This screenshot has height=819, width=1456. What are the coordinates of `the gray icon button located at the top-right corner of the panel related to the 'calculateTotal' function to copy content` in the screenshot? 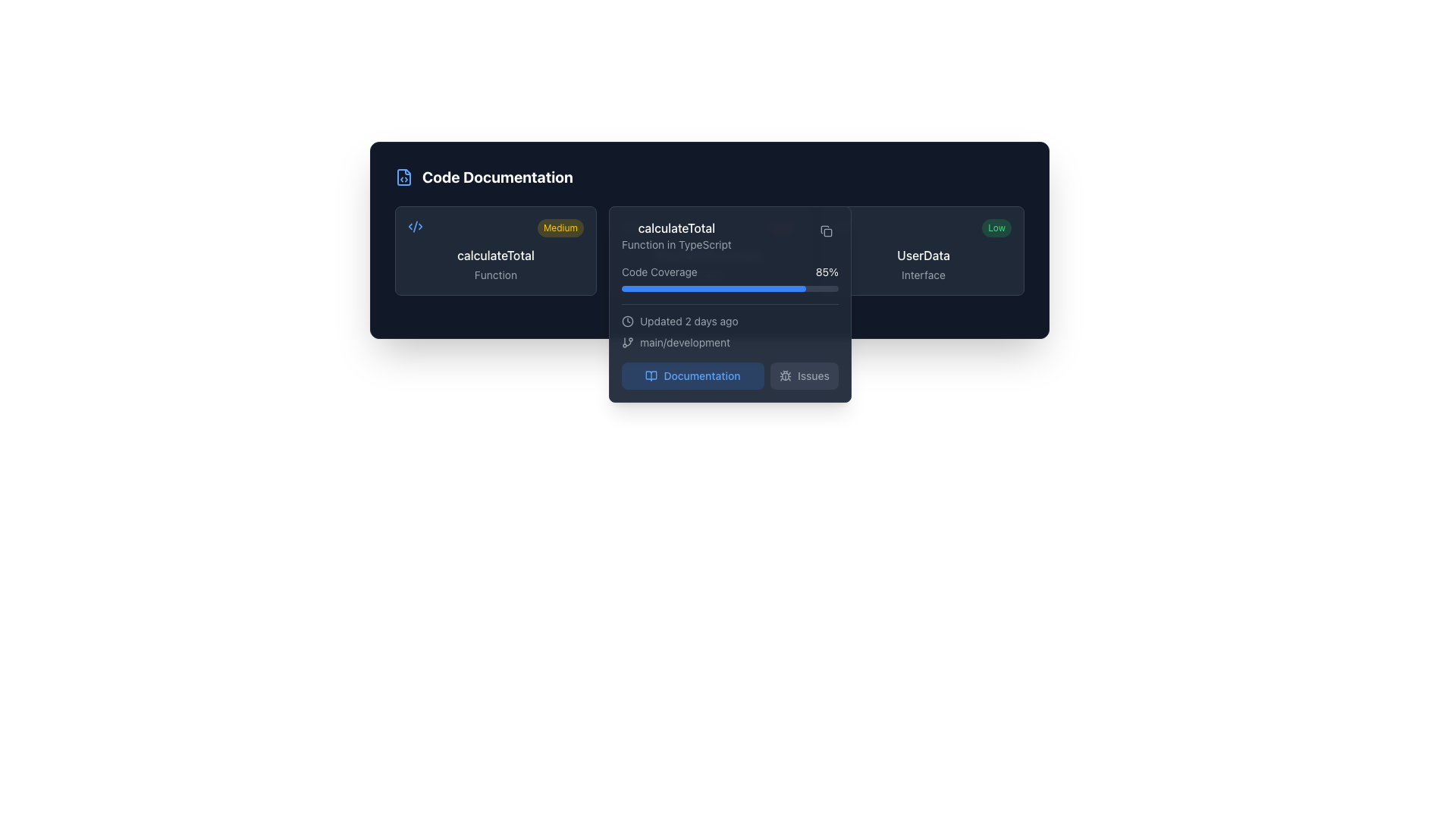 It's located at (825, 231).